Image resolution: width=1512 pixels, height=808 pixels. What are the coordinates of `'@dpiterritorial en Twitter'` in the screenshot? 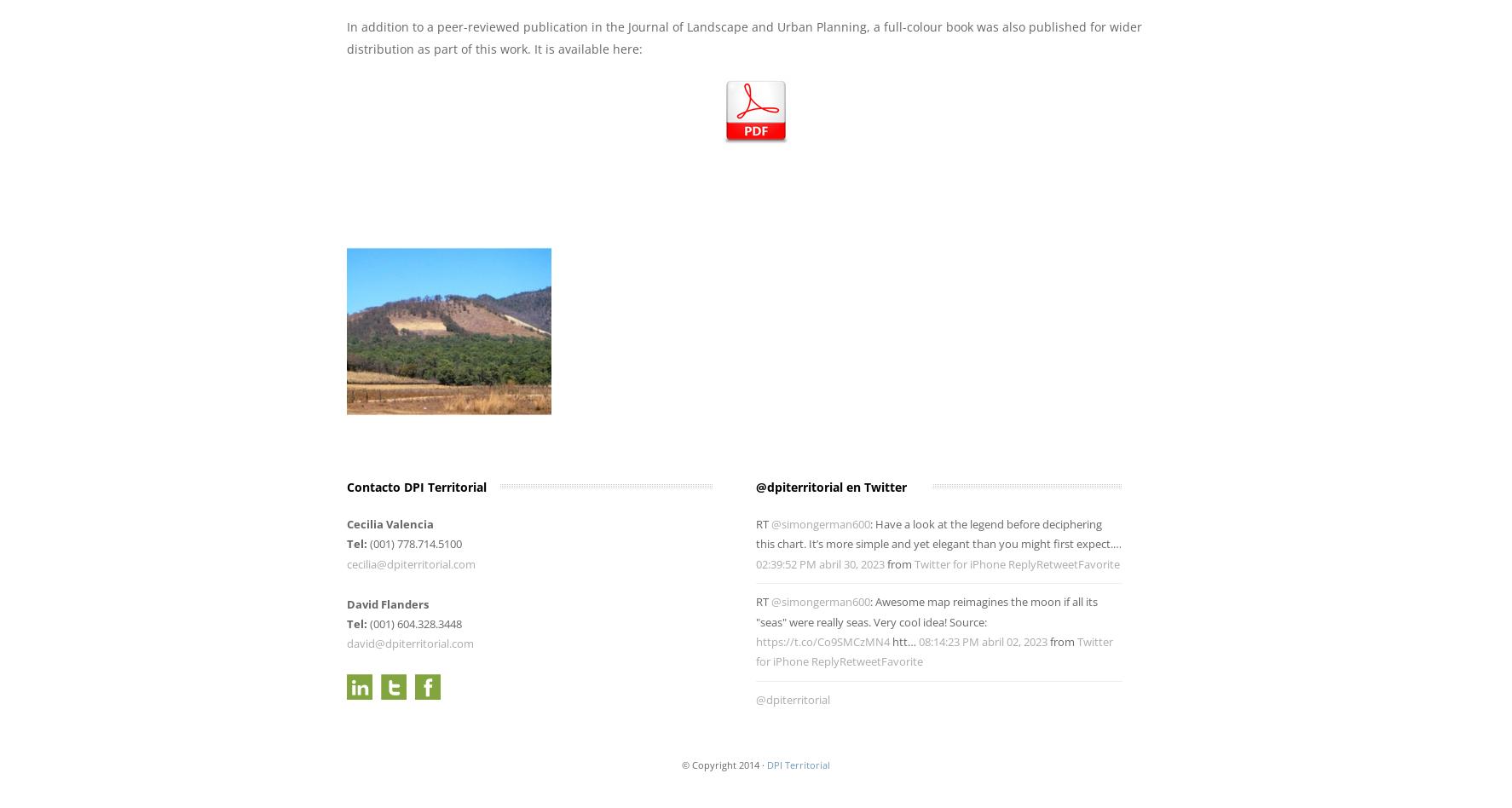 It's located at (830, 486).